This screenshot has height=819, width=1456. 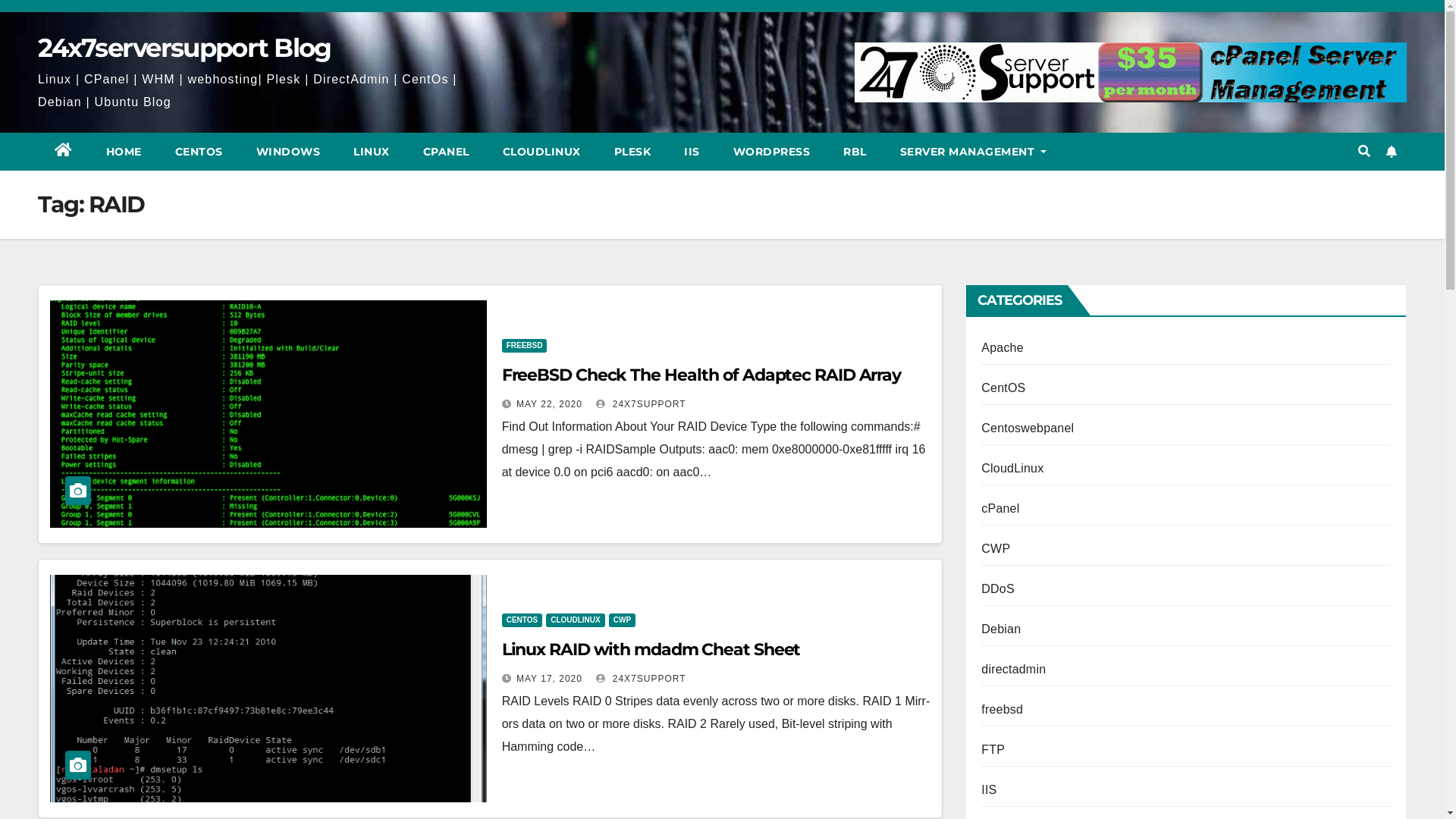 I want to click on 'CPANEL', so click(x=445, y=152).